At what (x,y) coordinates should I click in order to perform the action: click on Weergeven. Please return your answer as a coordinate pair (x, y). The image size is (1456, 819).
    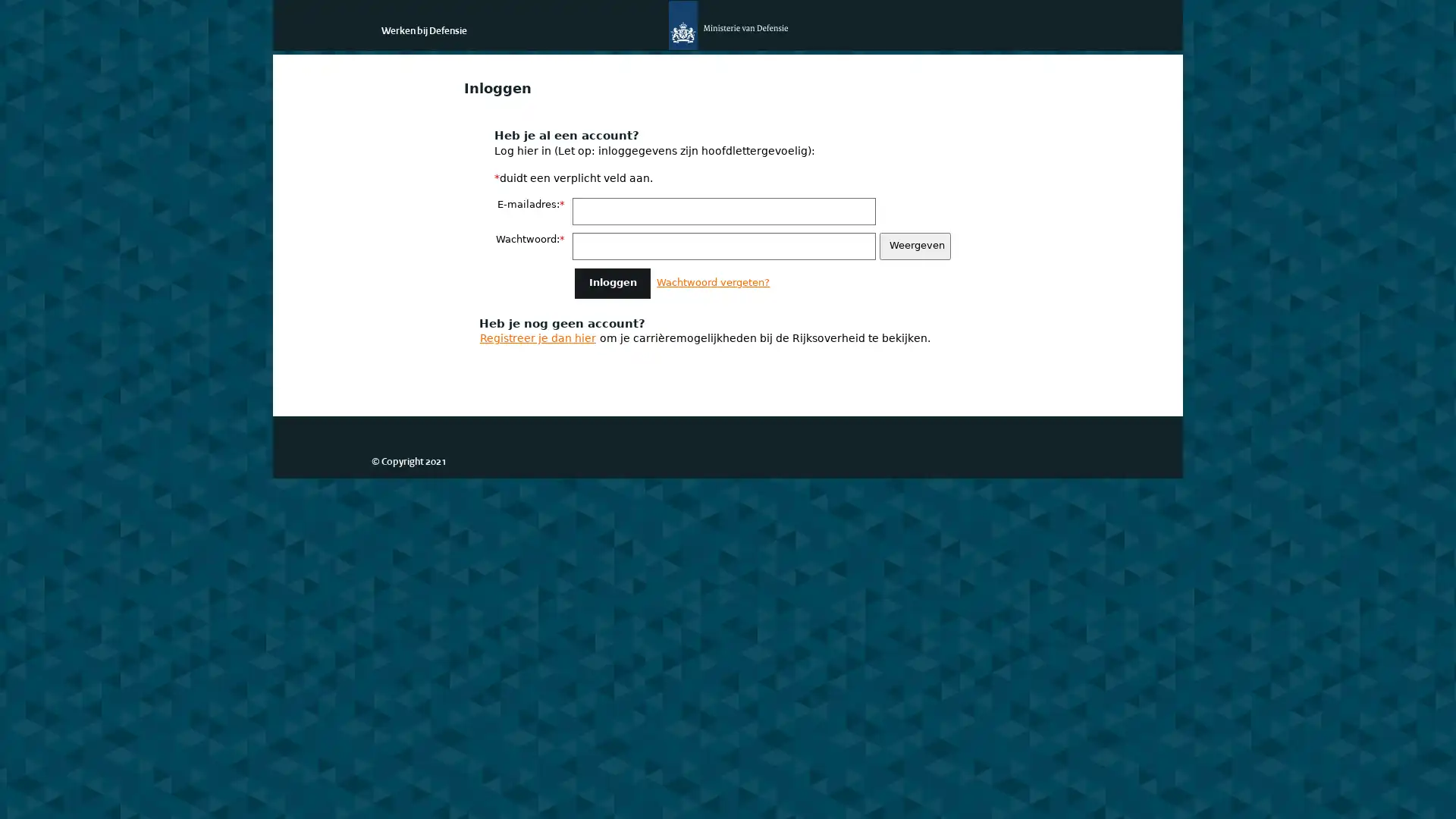
    Looking at the image, I should click on (913, 245).